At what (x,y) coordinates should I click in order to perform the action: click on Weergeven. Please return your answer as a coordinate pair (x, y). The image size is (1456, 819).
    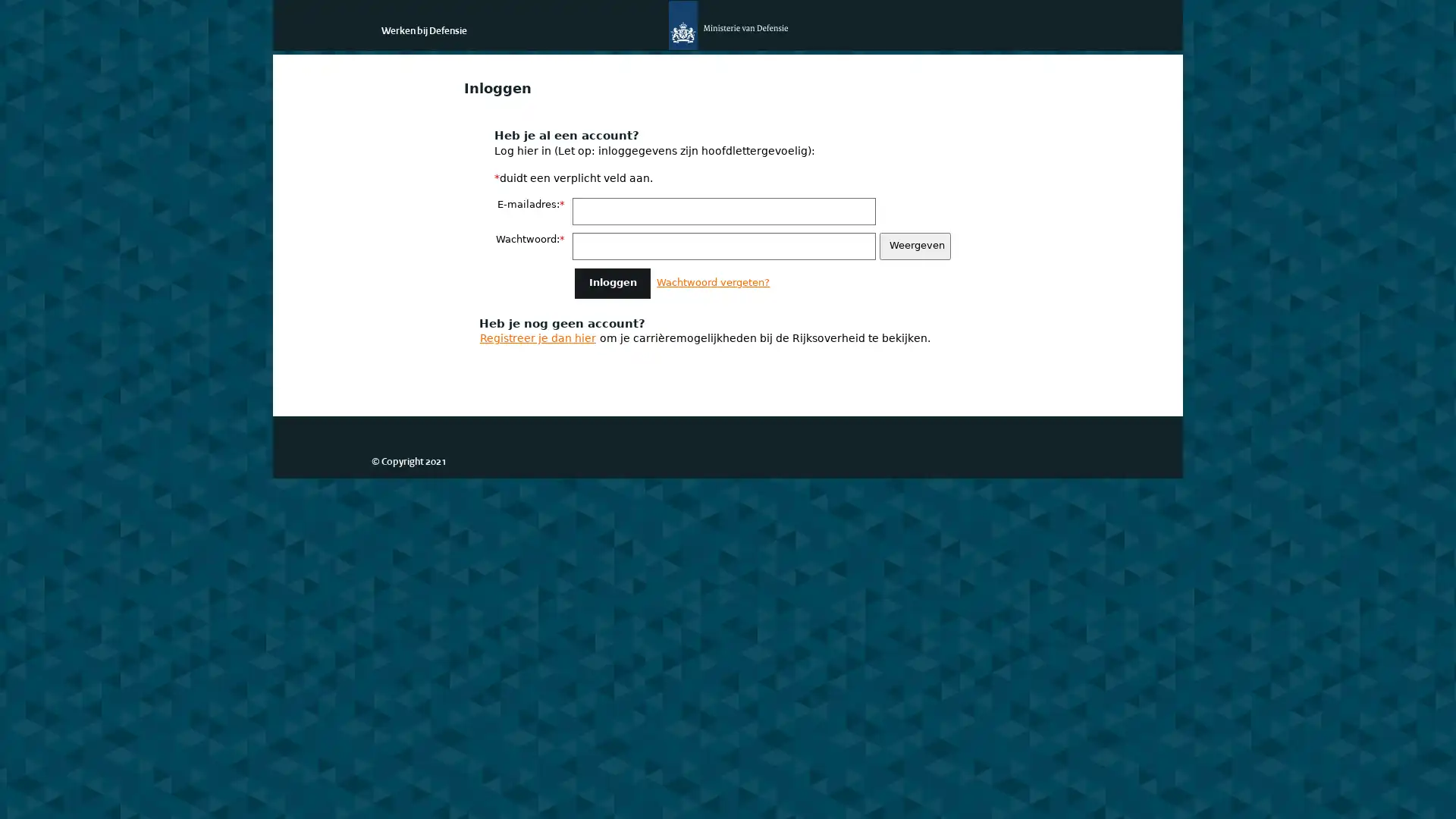
    Looking at the image, I should click on (913, 245).